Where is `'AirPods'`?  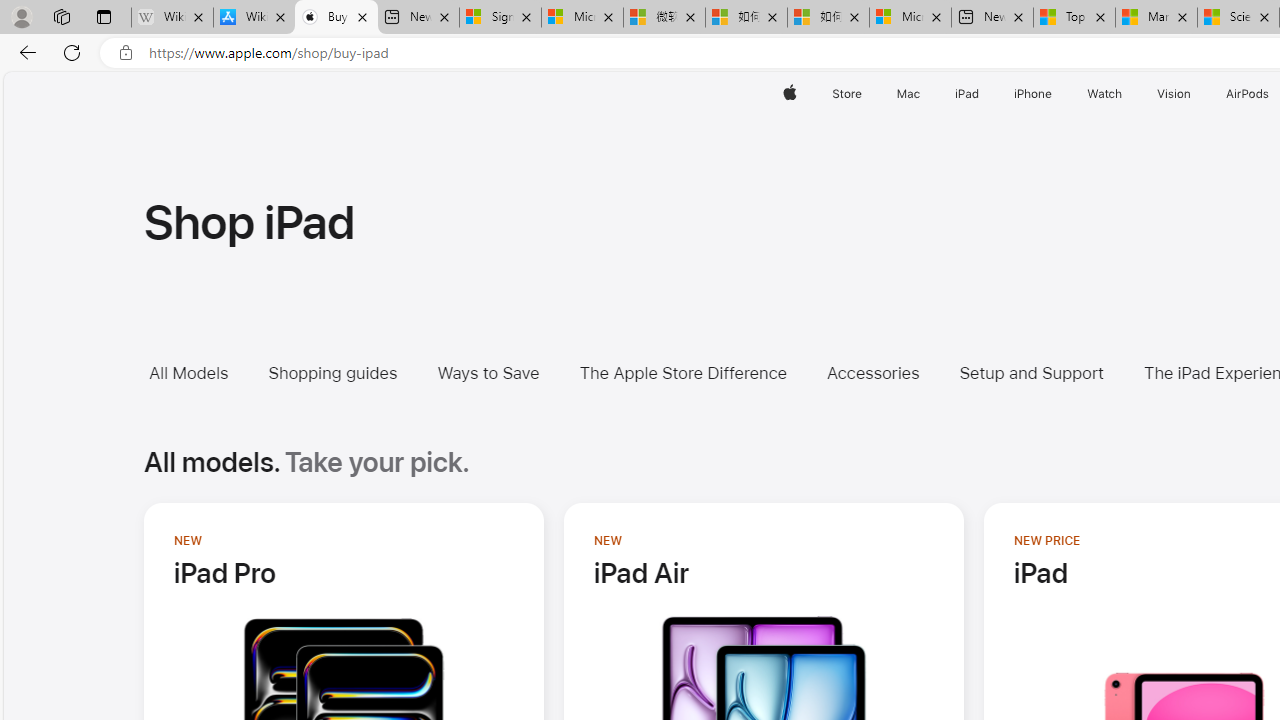
'AirPods' is located at coordinates (1247, 93).